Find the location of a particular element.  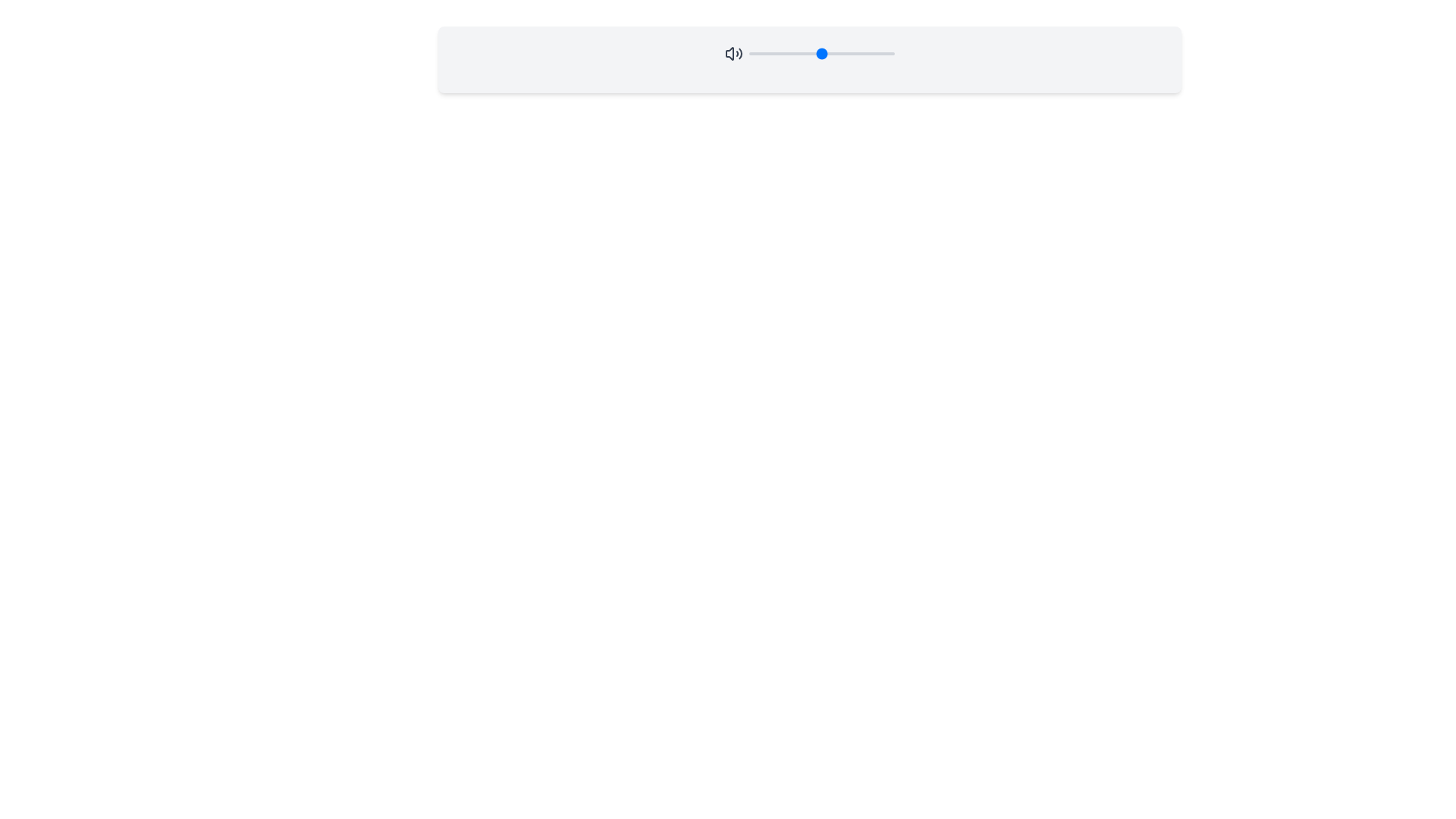

volume level is located at coordinates (849, 52).